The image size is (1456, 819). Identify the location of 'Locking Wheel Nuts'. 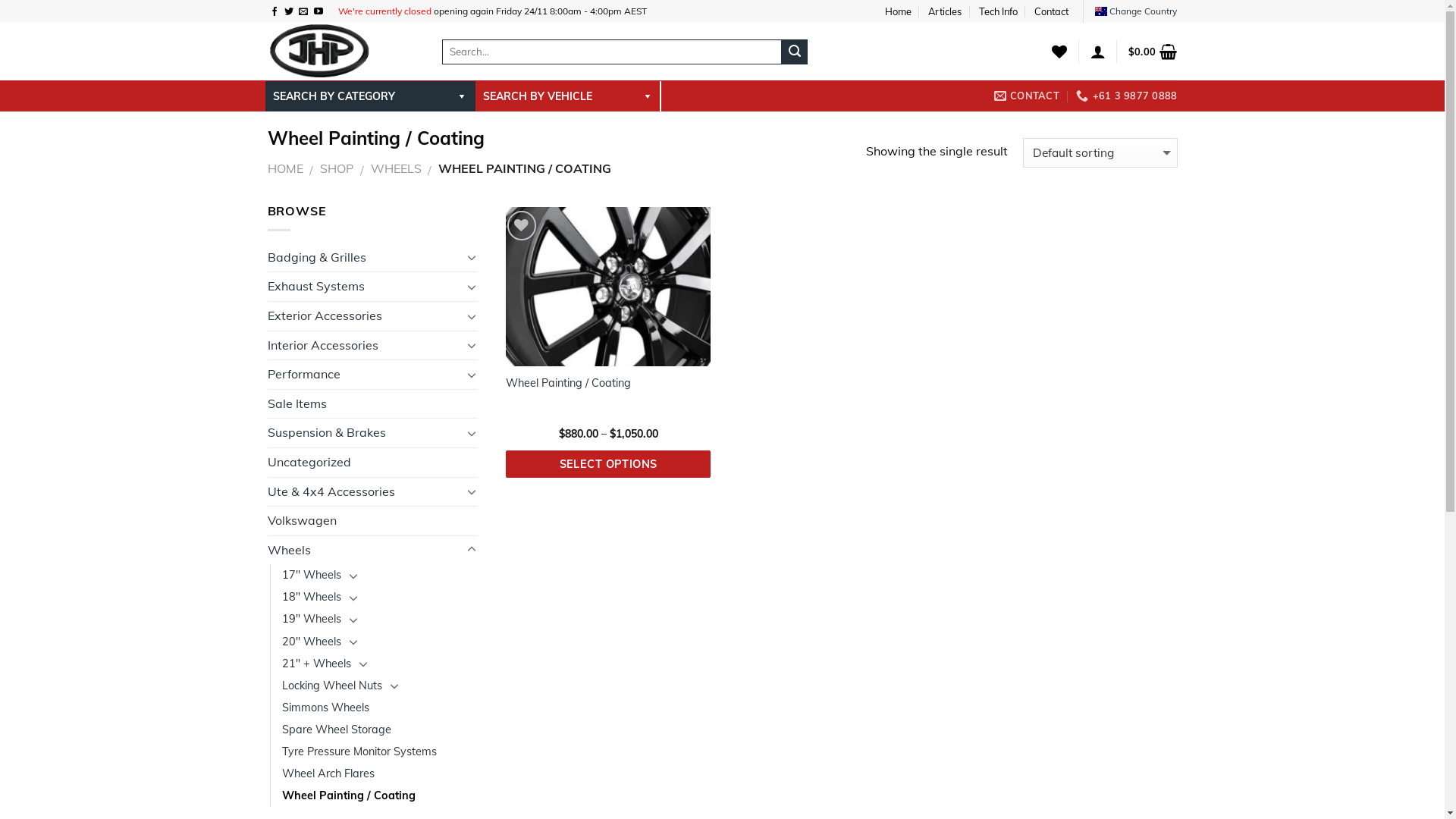
(331, 686).